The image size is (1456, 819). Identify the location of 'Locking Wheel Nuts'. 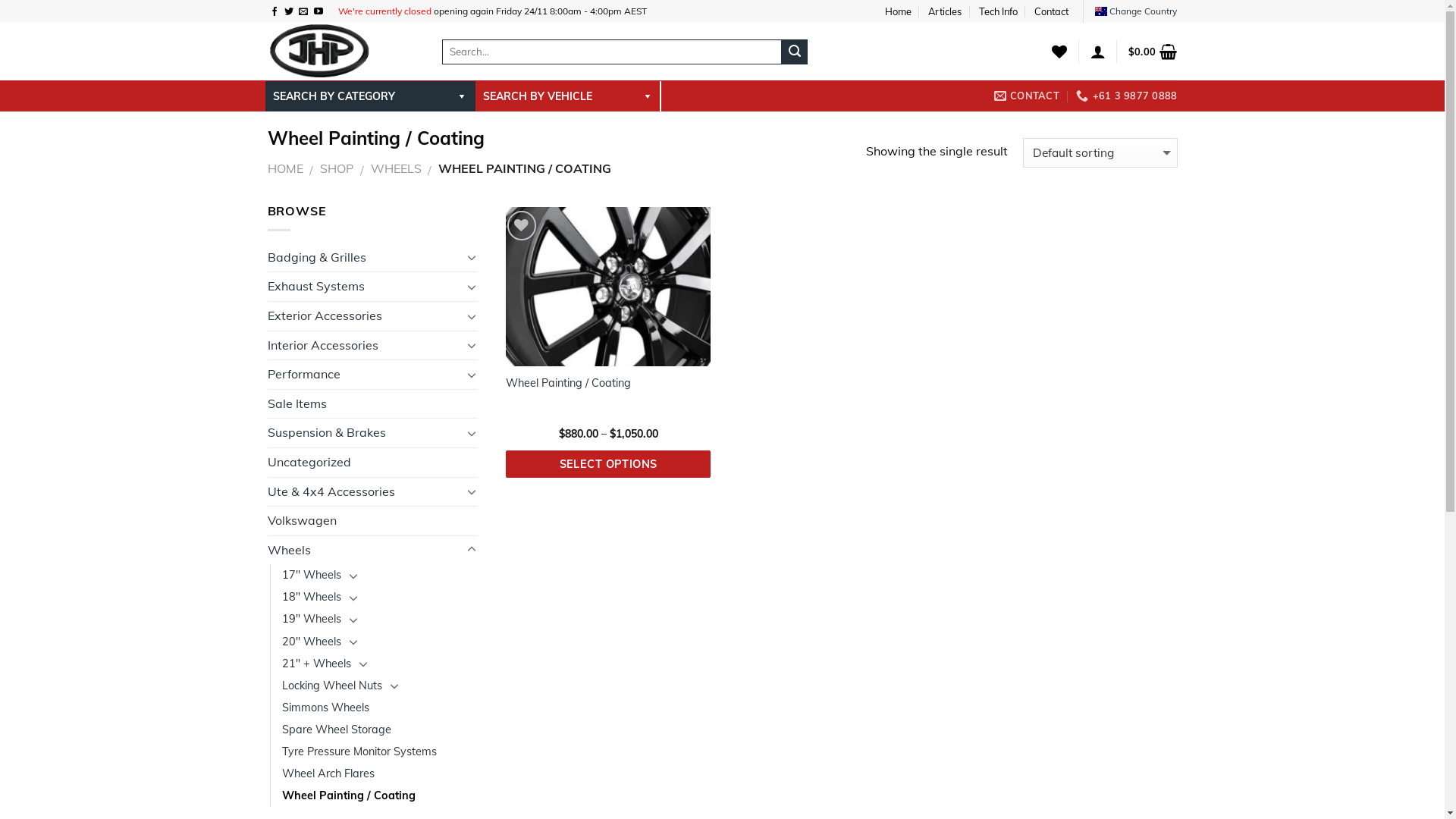
(331, 686).